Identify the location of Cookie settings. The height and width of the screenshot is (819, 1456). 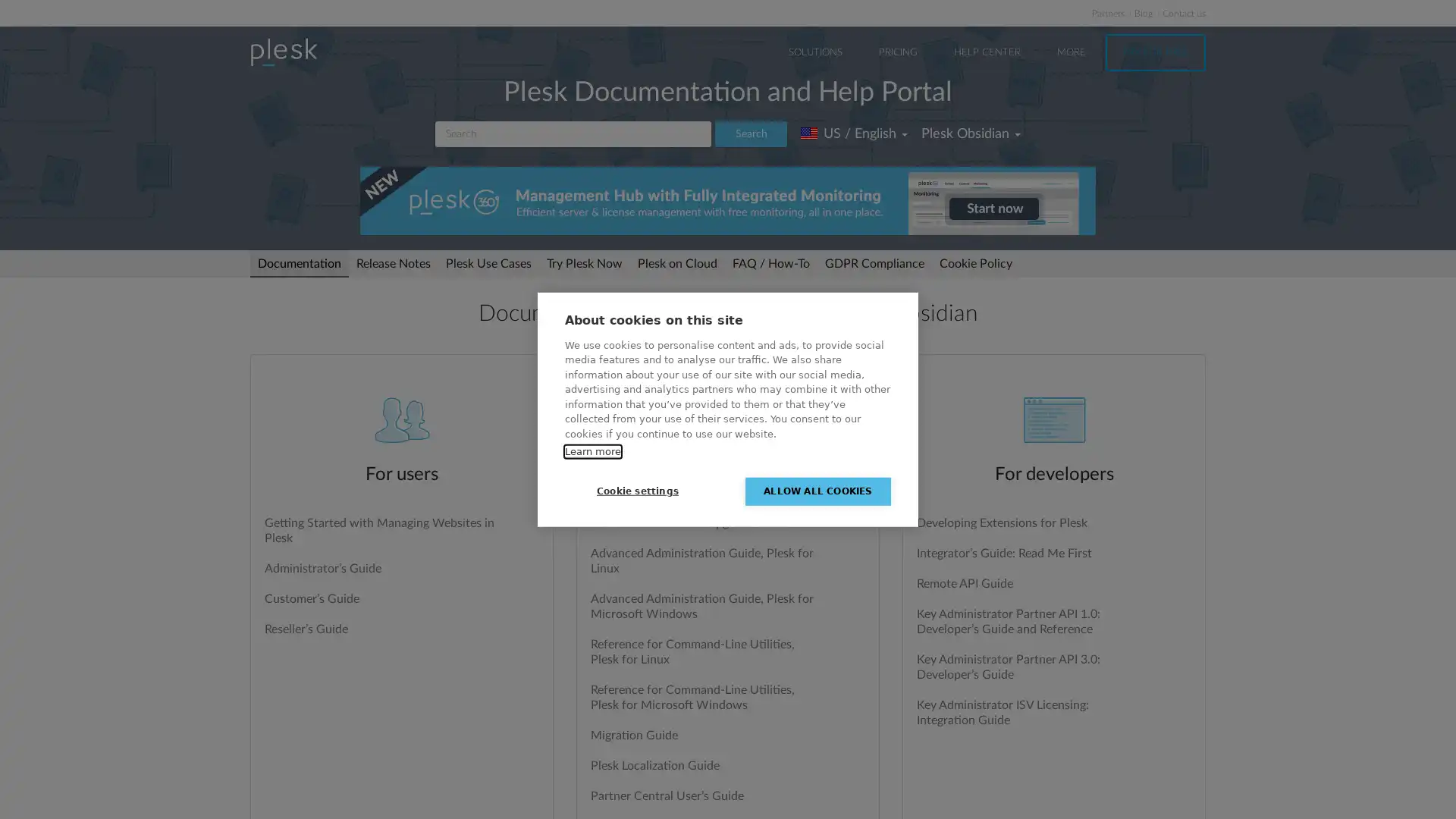
(637, 491).